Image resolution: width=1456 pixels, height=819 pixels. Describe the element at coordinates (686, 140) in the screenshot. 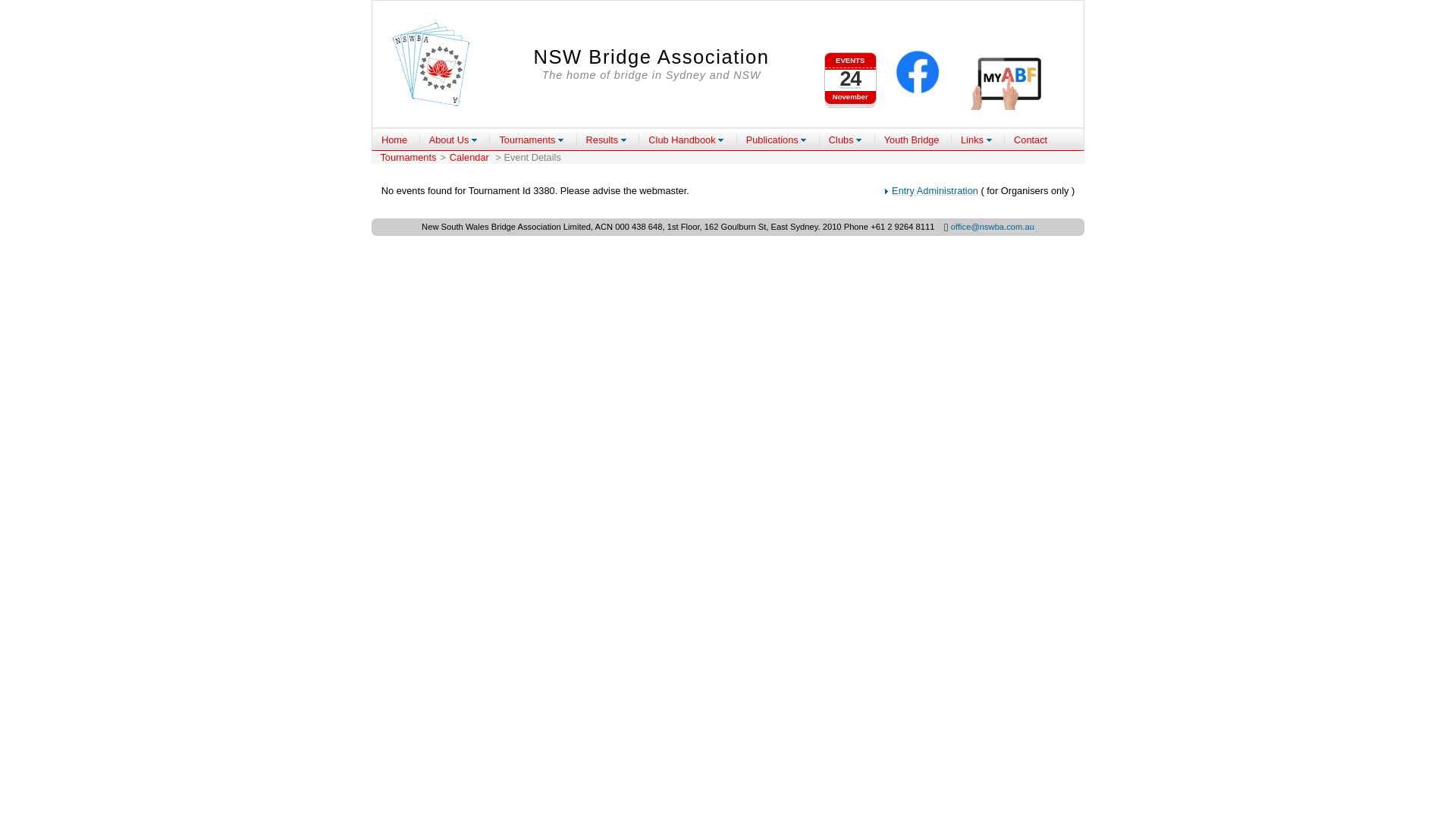

I see `'Club Handbook'` at that location.